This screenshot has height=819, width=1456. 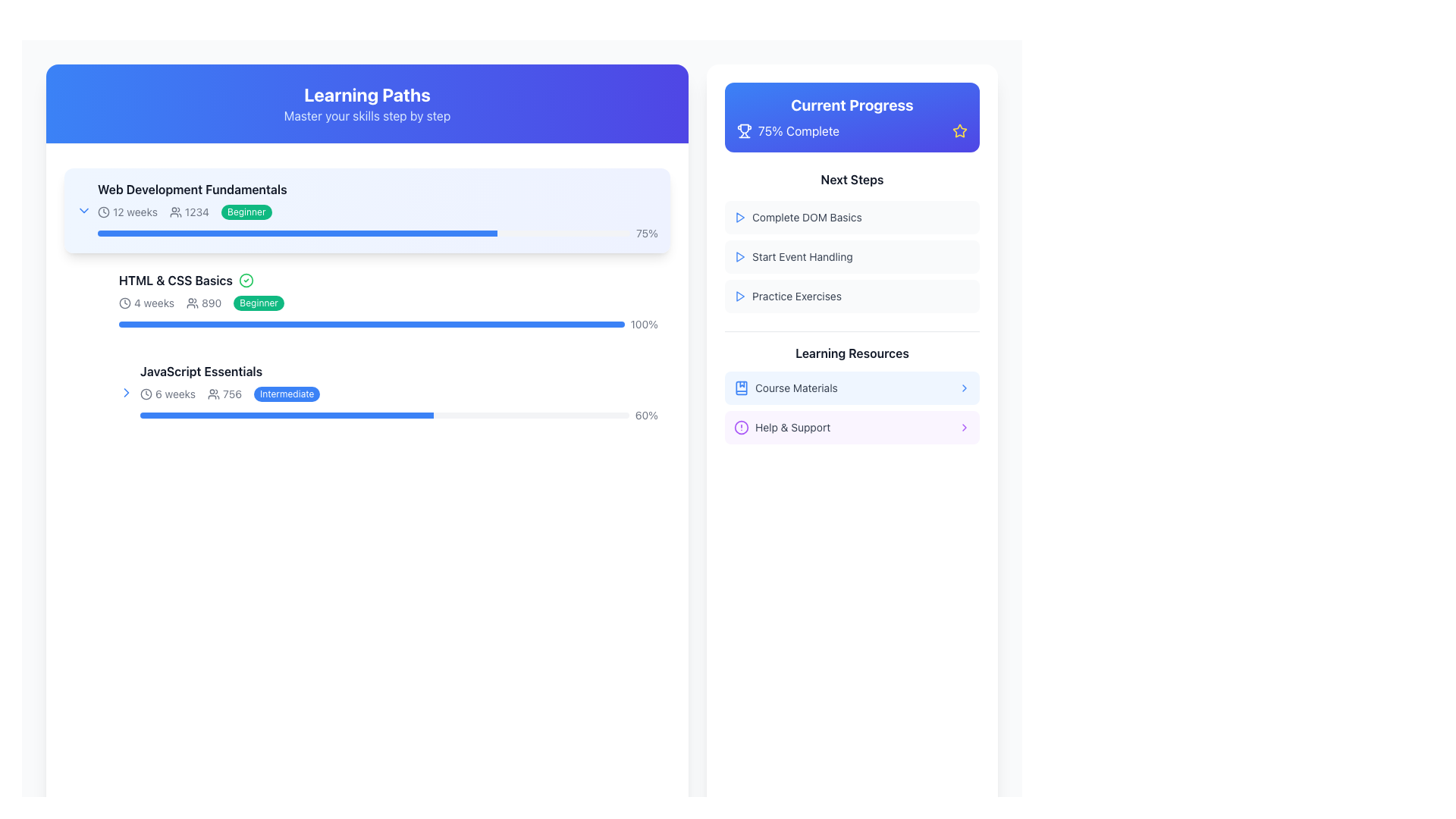 What do you see at coordinates (287, 394) in the screenshot?
I see `the difficulty level indicator label for the 'JavaScript Essentials' course, which is located to the right of the numerical value '756'` at bounding box center [287, 394].